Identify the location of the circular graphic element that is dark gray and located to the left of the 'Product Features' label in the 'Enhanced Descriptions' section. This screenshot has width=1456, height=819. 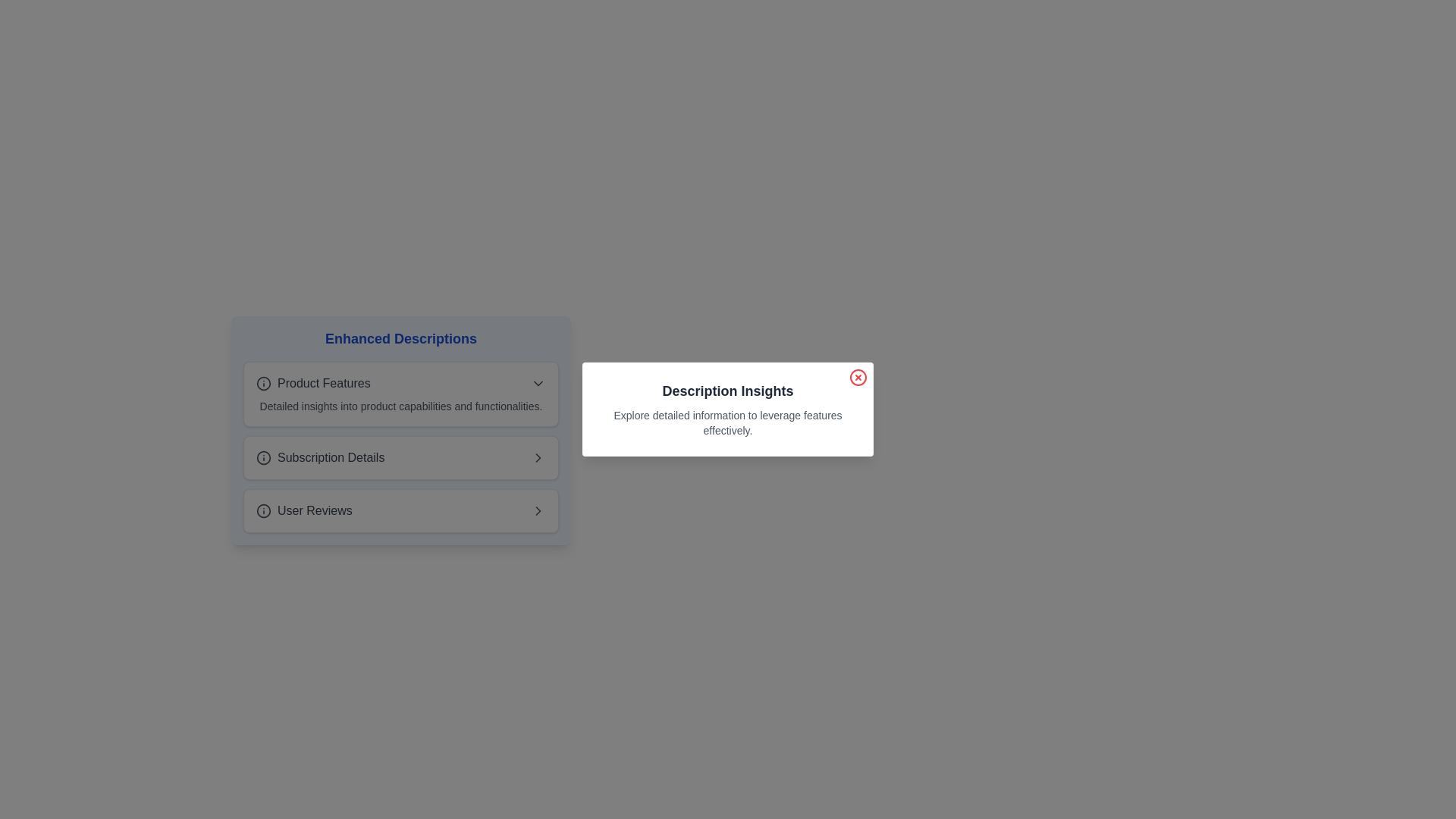
(263, 382).